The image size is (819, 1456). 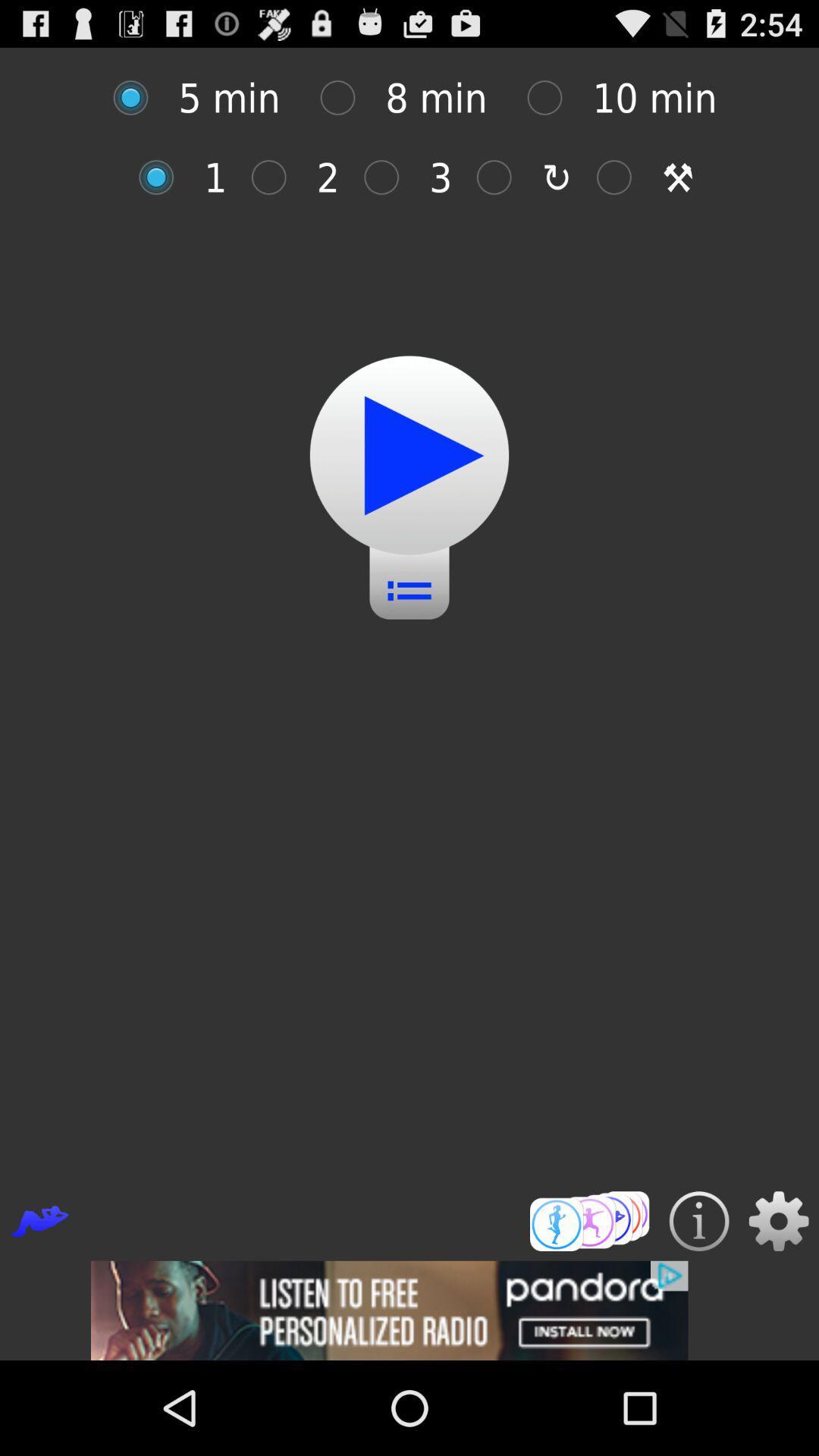 I want to click on button, so click(x=388, y=177).